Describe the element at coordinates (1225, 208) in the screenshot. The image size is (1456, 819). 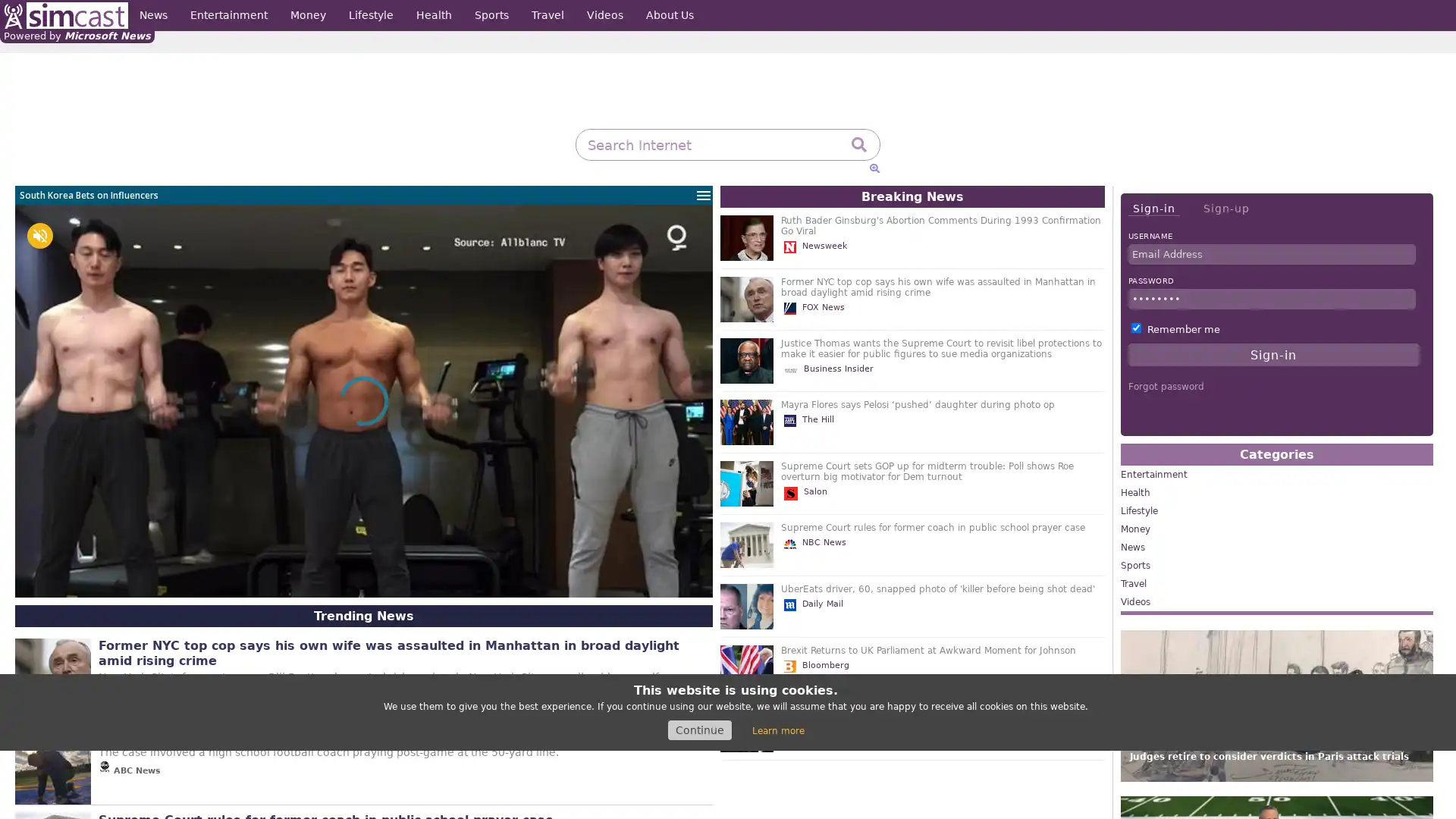
I see `Sign-up` at that location.